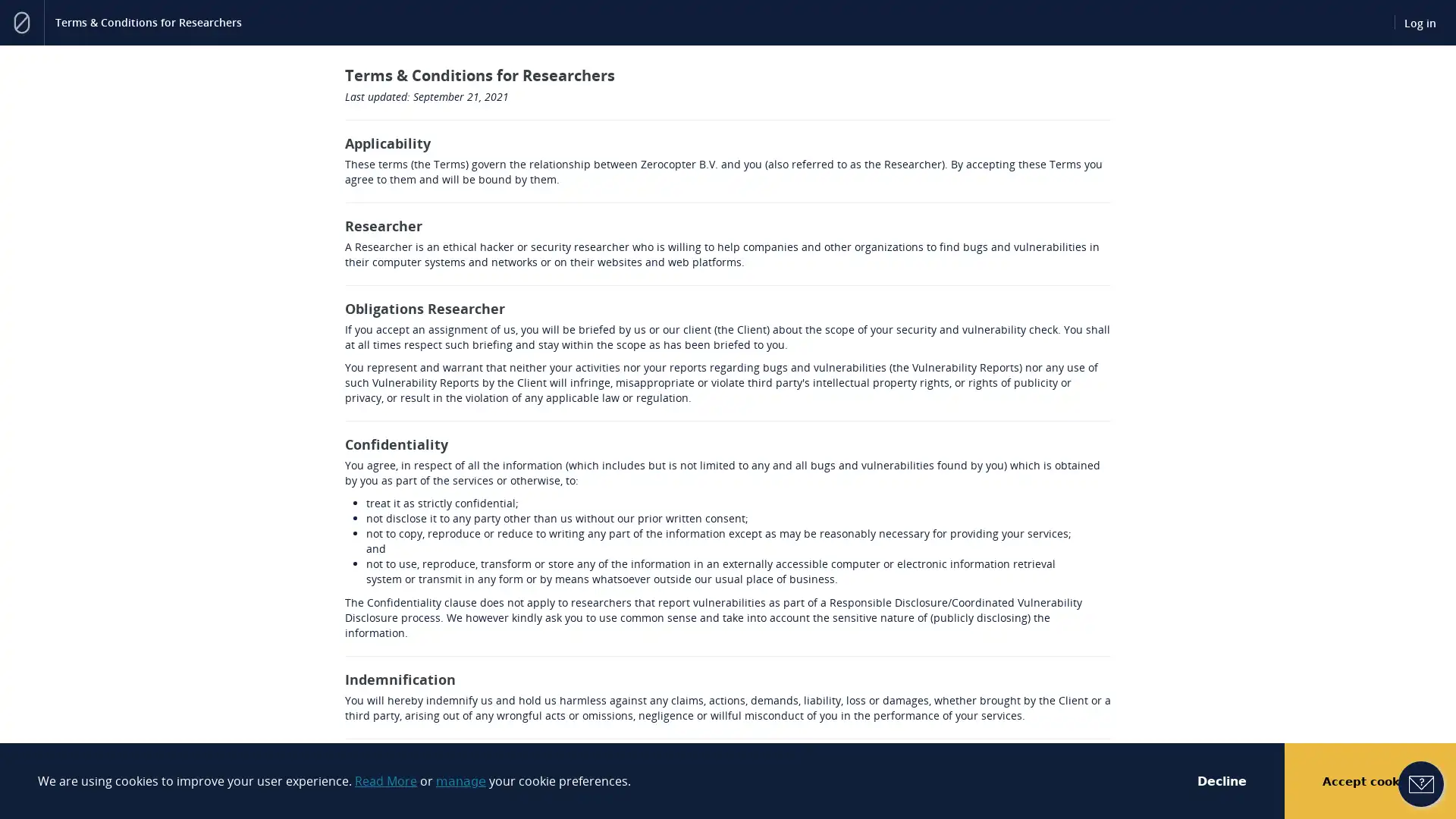  What do you see at coordinates (460, 781) in the screenshot?
I see `manage` at bounding box center [460, 781].